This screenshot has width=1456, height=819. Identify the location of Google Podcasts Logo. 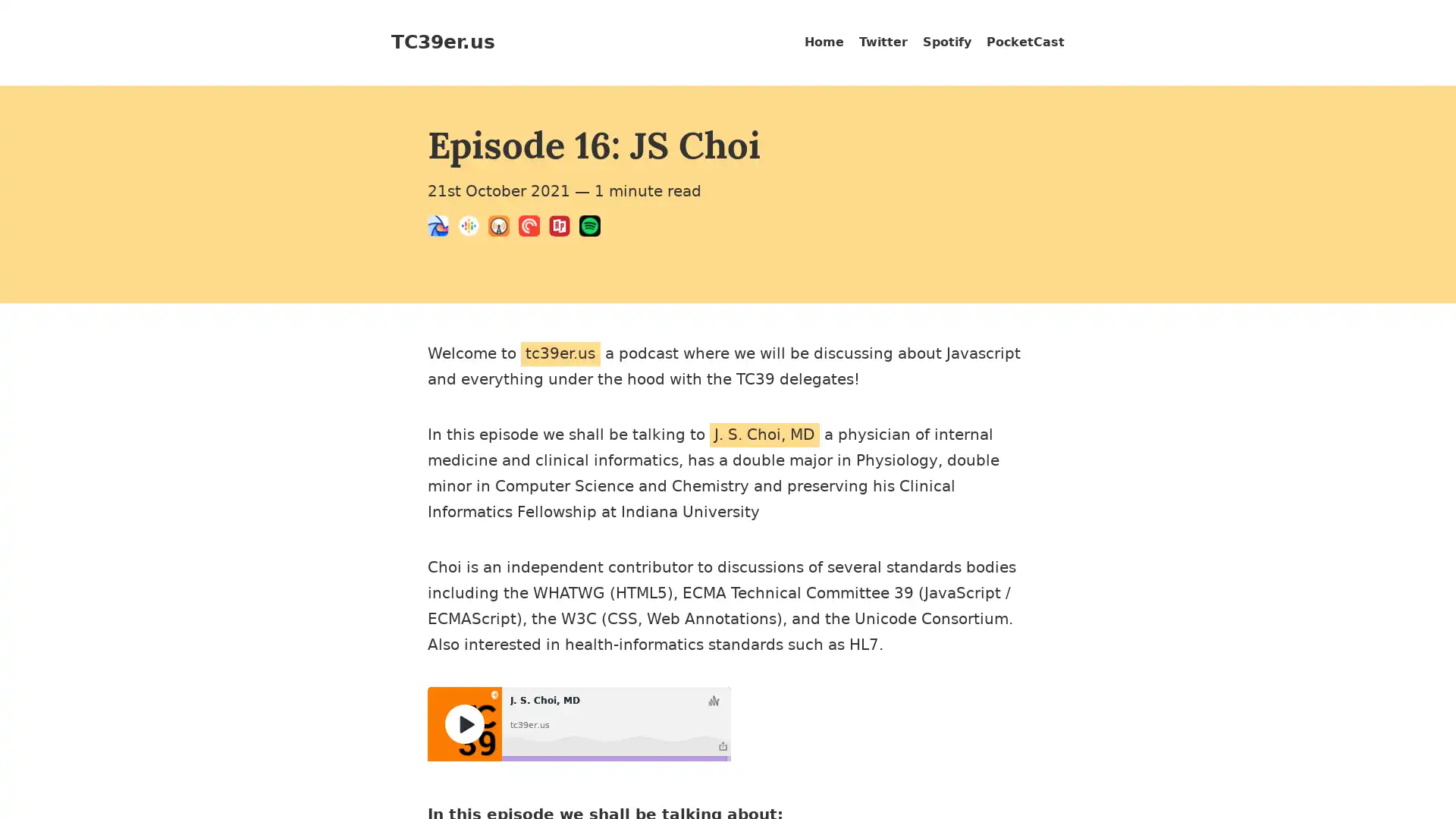
(472, 228).